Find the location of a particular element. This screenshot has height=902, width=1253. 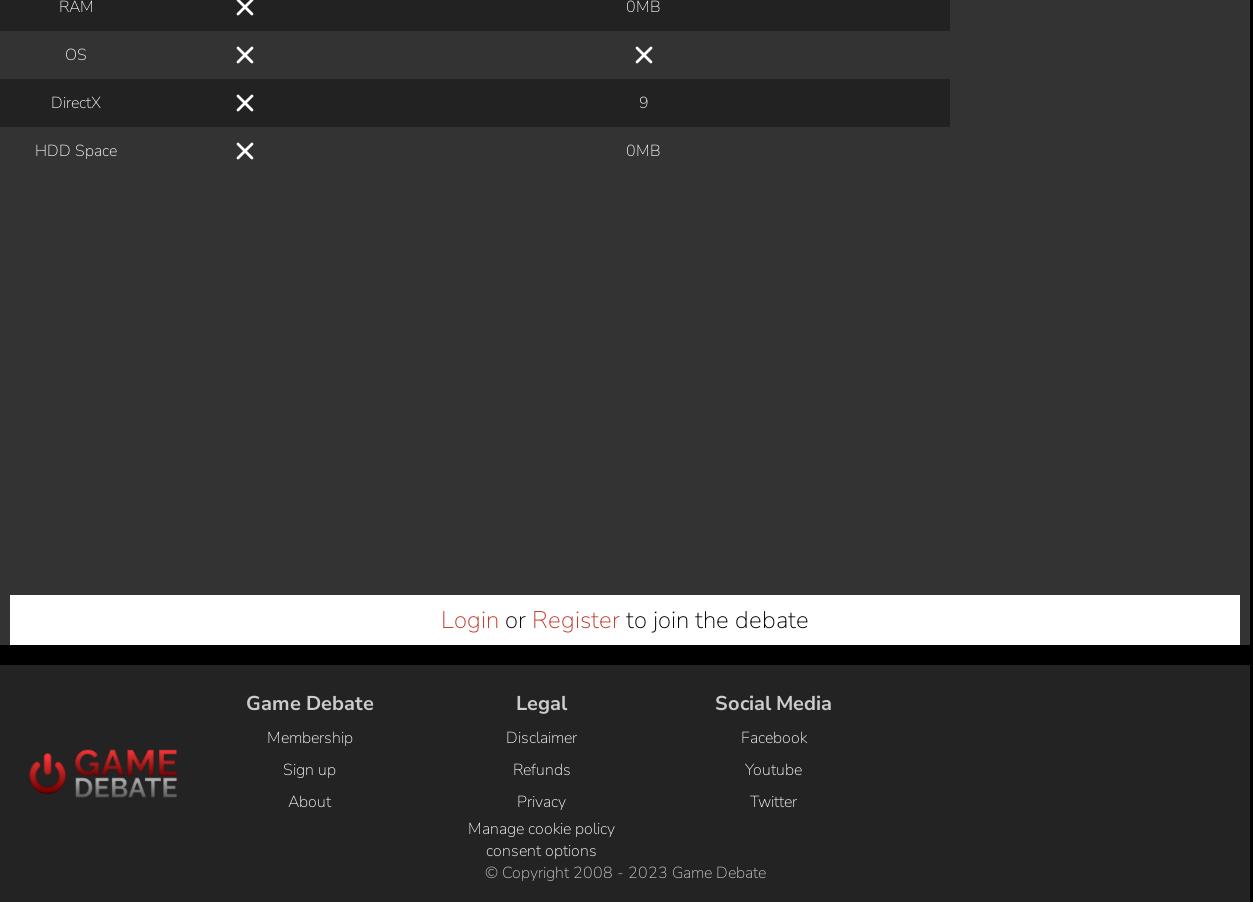

'Manage cookie policy consent options' is located at coordinates (541, 148).